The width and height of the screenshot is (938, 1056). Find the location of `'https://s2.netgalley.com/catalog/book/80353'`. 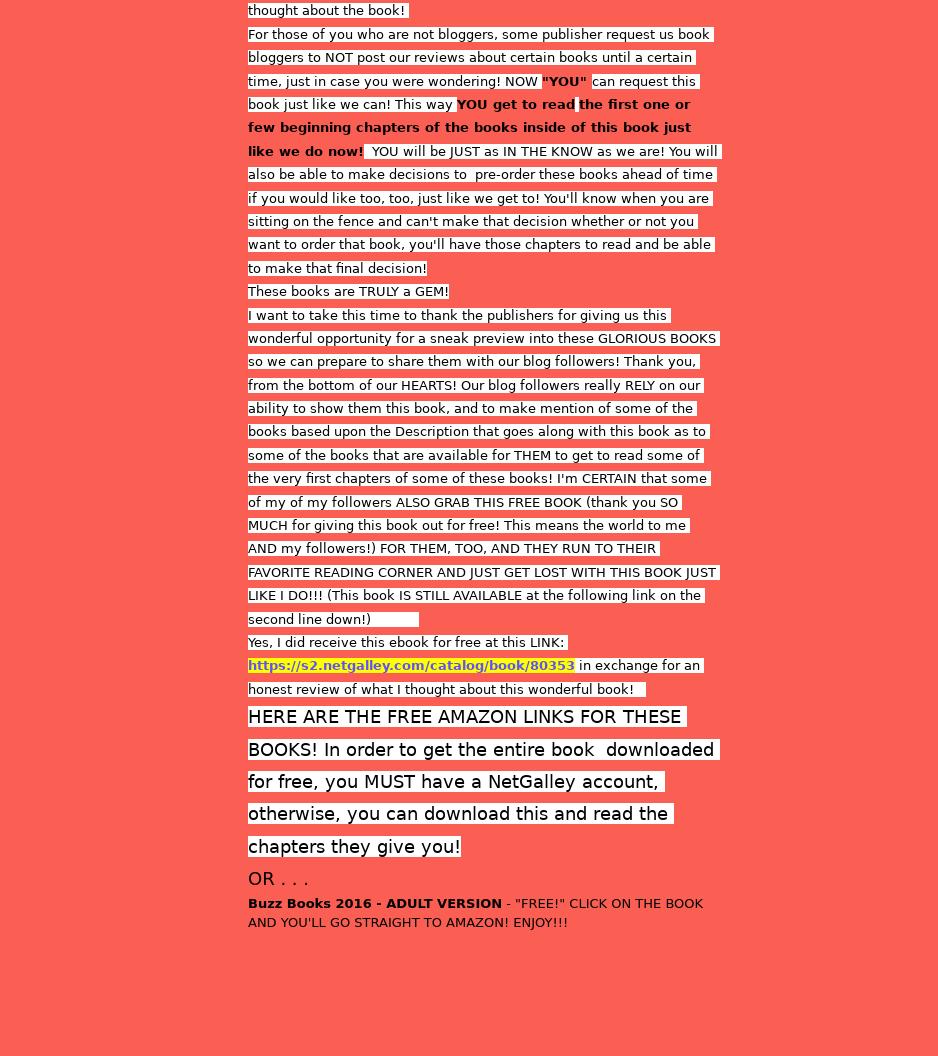

'https://s2.netgalley.com/catalog/book/80353' is located at coordinates (411, 665).